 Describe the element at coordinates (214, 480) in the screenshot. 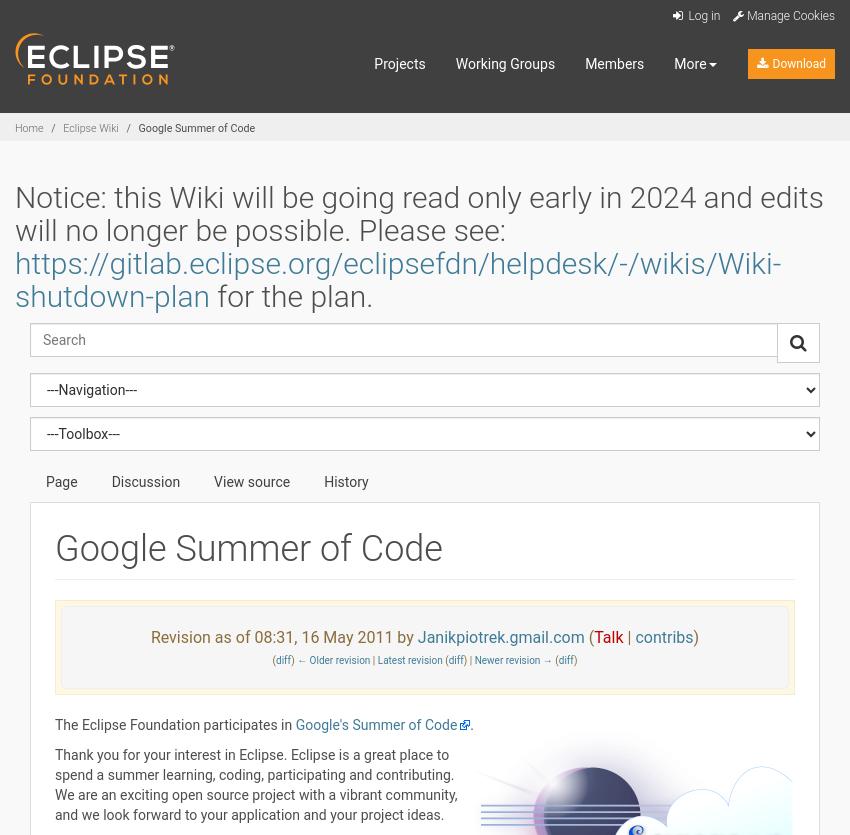

I see `'View source'` at that location.